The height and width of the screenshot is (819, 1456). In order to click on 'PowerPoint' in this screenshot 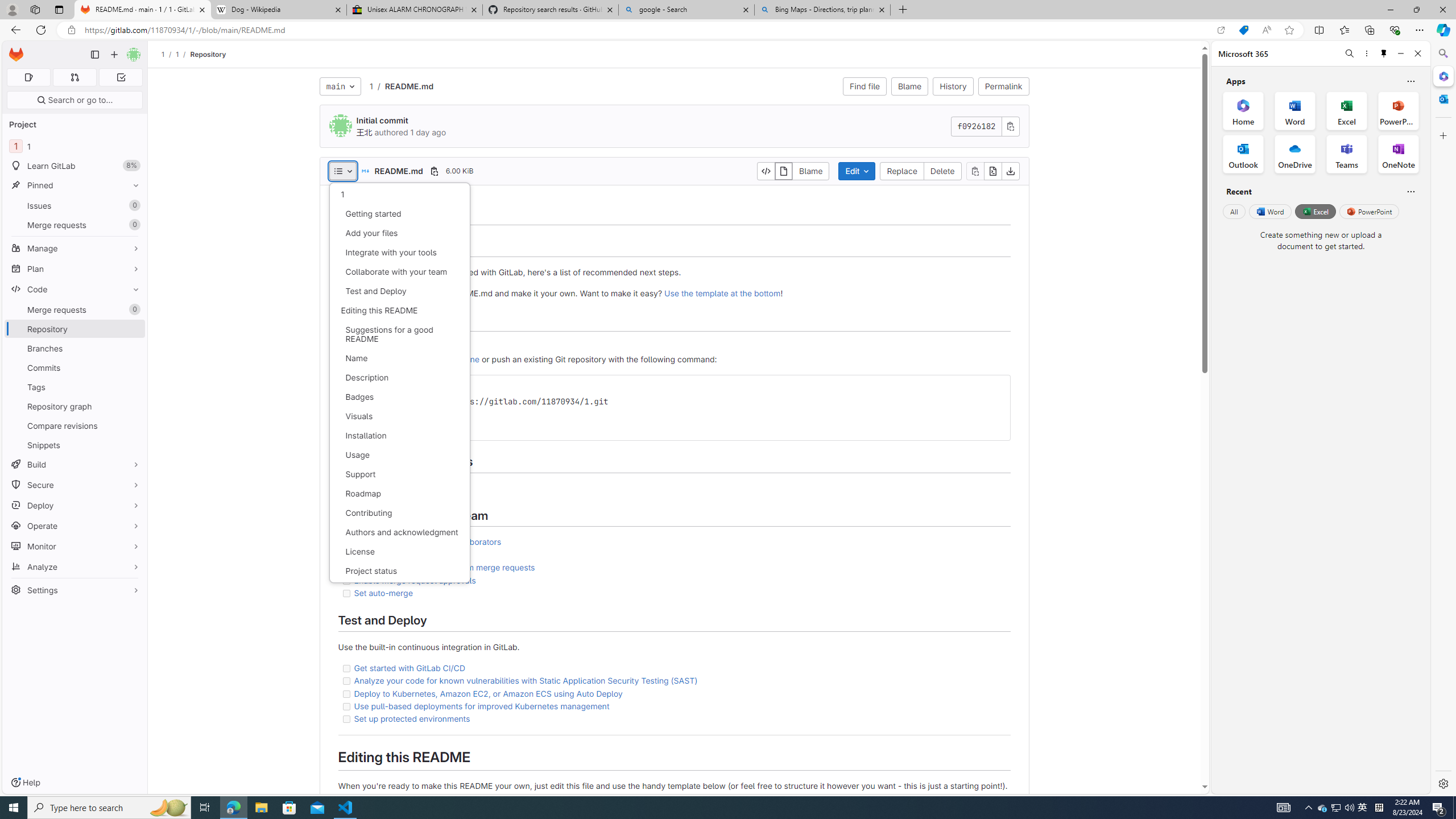, I will do `click(1368, 211)`.